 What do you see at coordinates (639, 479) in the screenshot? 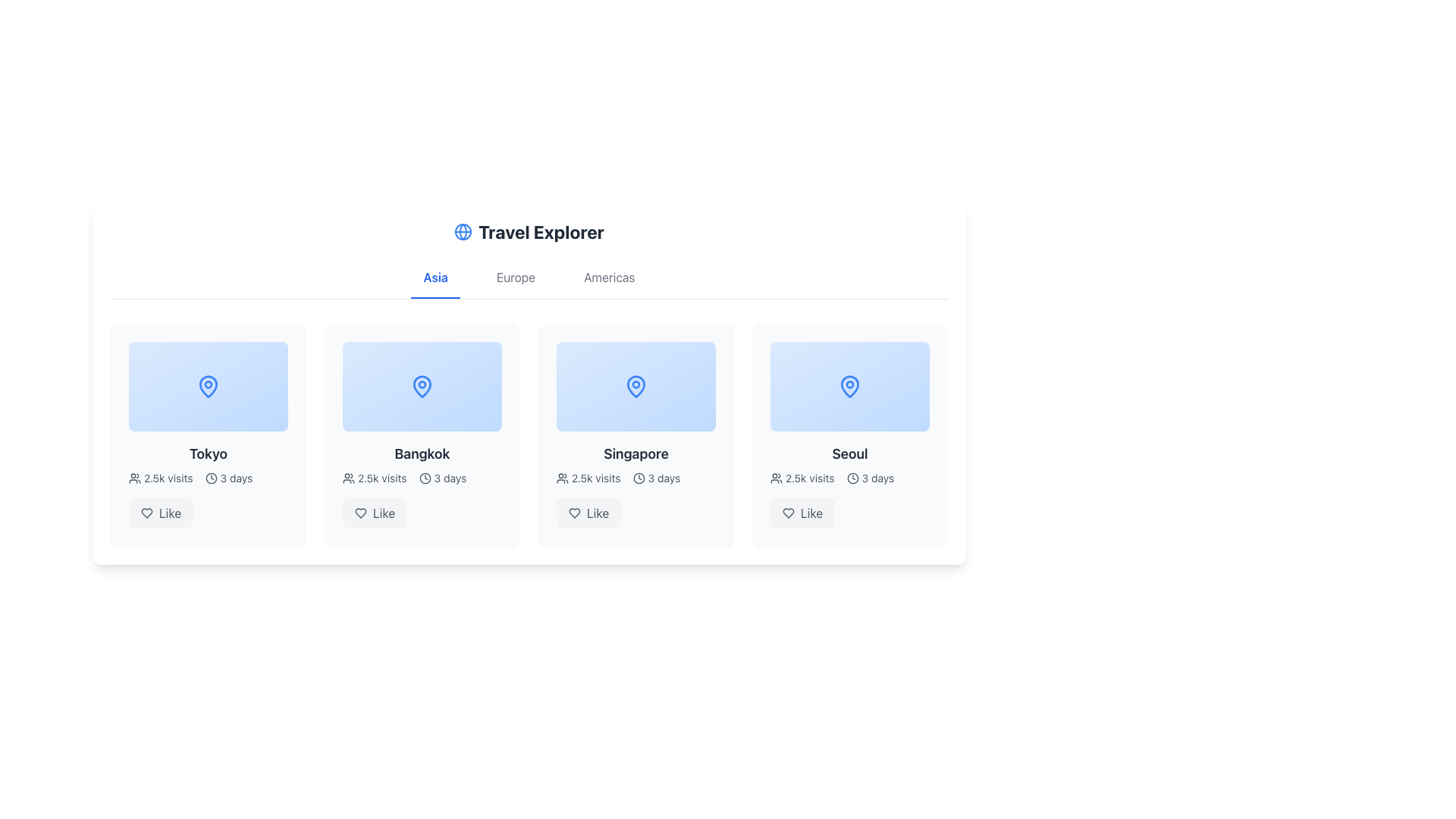
I see `the clock icon styled in an outline format located within the card for the 'Singapore' location, positioned to the left of the text '3 days'` at bounding box center [639, 479].